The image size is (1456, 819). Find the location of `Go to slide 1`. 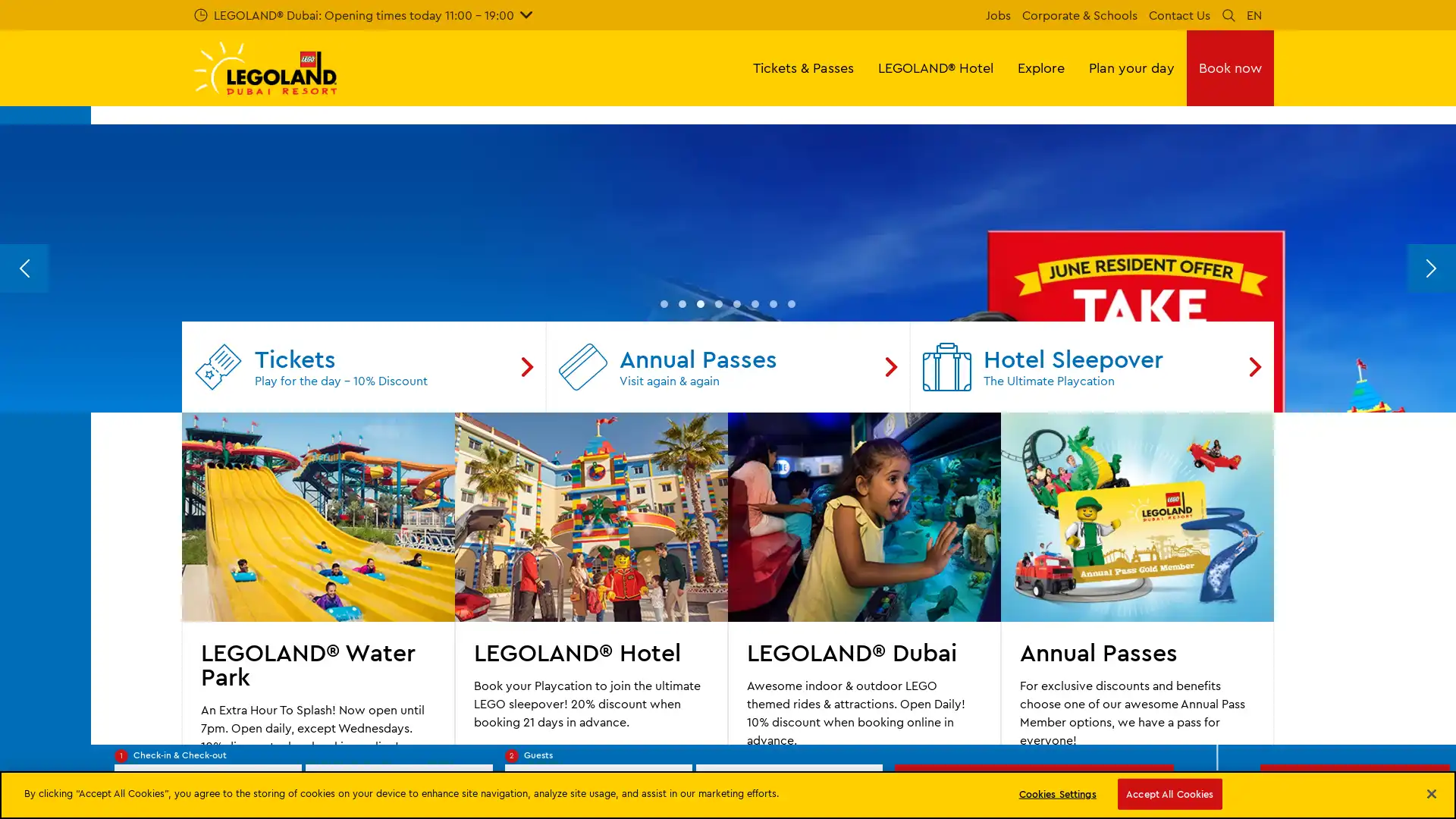

Go to slide 1 is located at coordinates (664, 604).